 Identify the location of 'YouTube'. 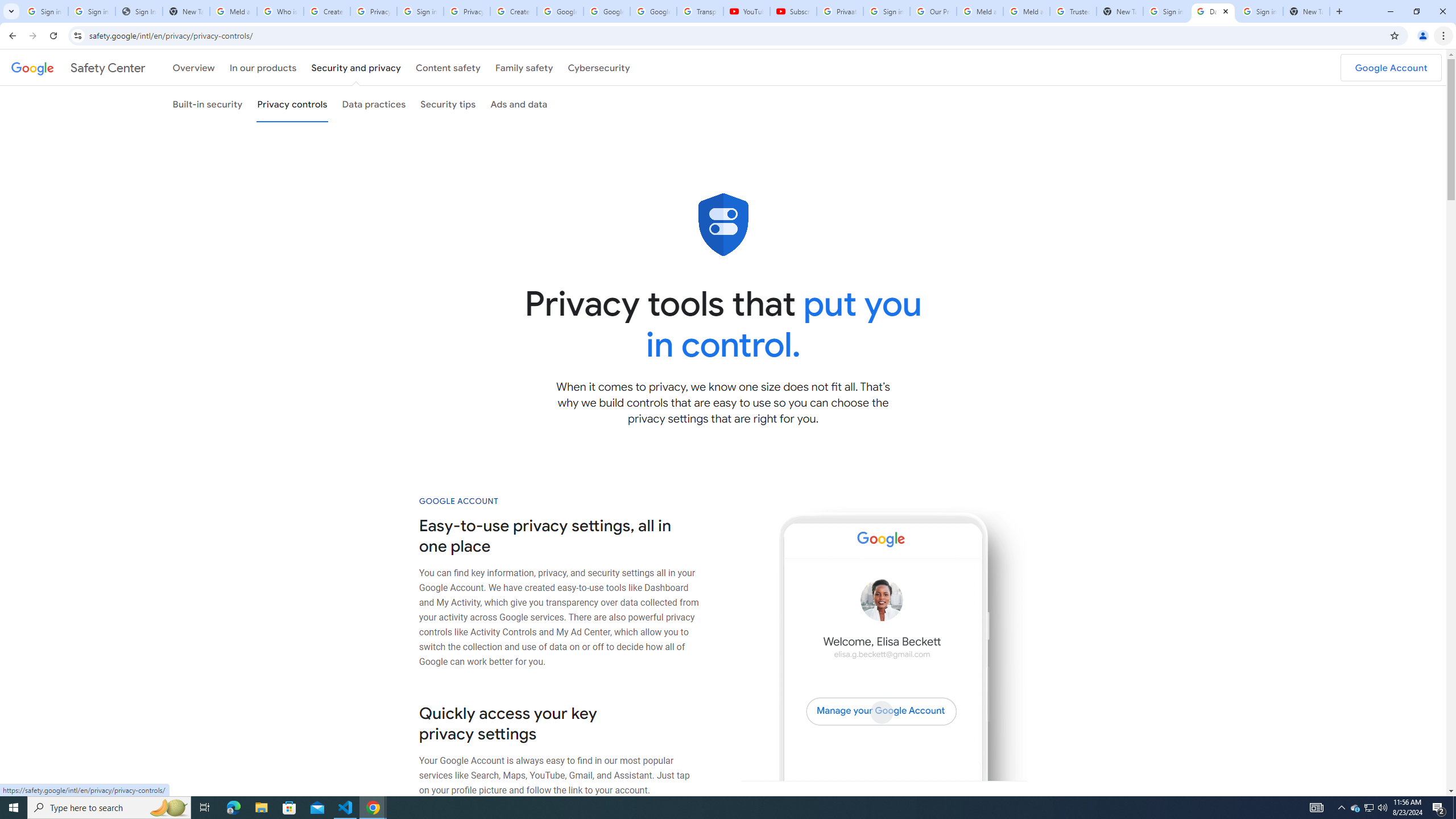
(746, 11).